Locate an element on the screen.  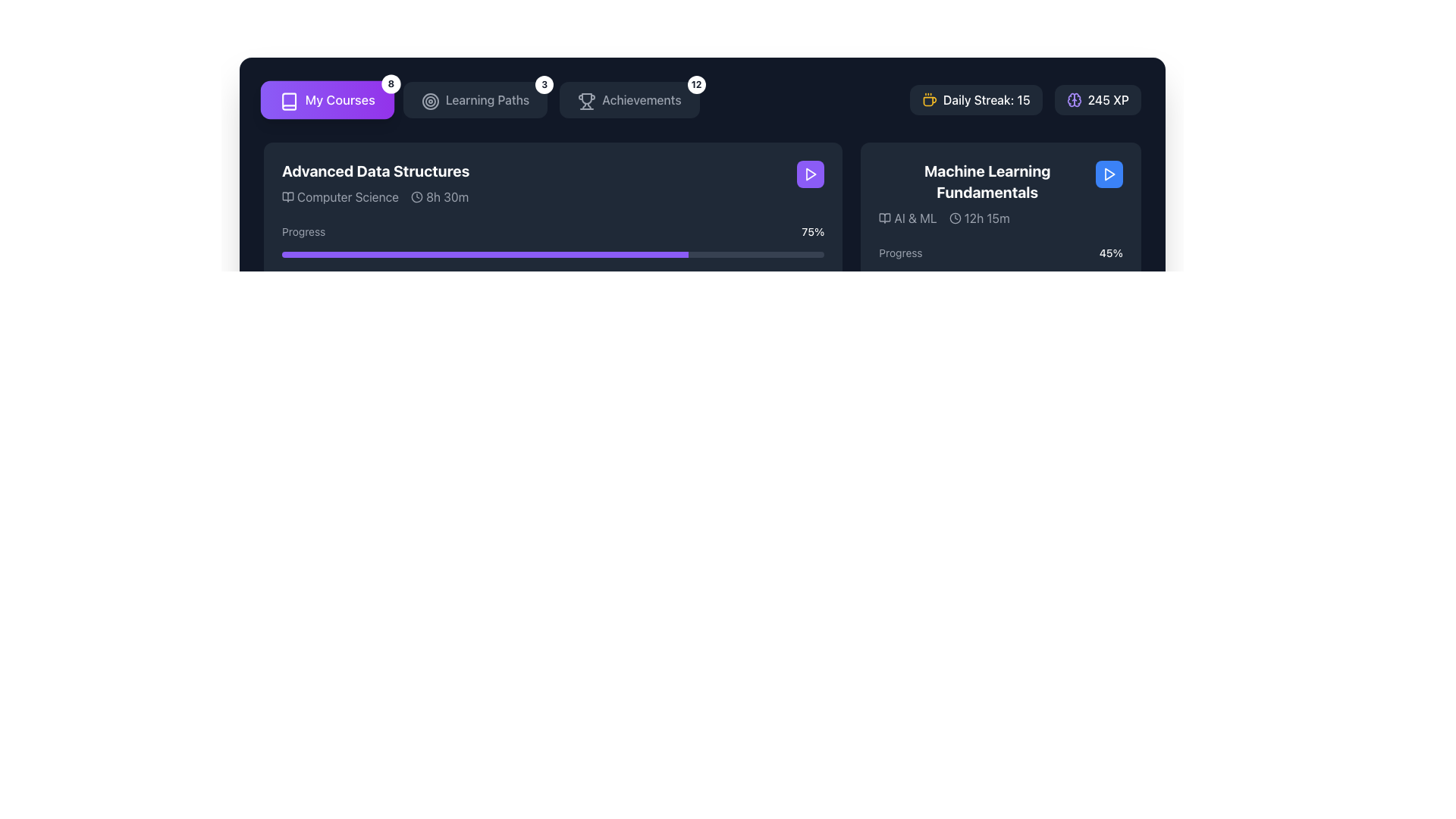
the icon representing a time duration, which is located to the immediate left of the text '8h 30m' in the middle section of the card for 'Advanced Data Structures' is located at coordinates (417, 196).